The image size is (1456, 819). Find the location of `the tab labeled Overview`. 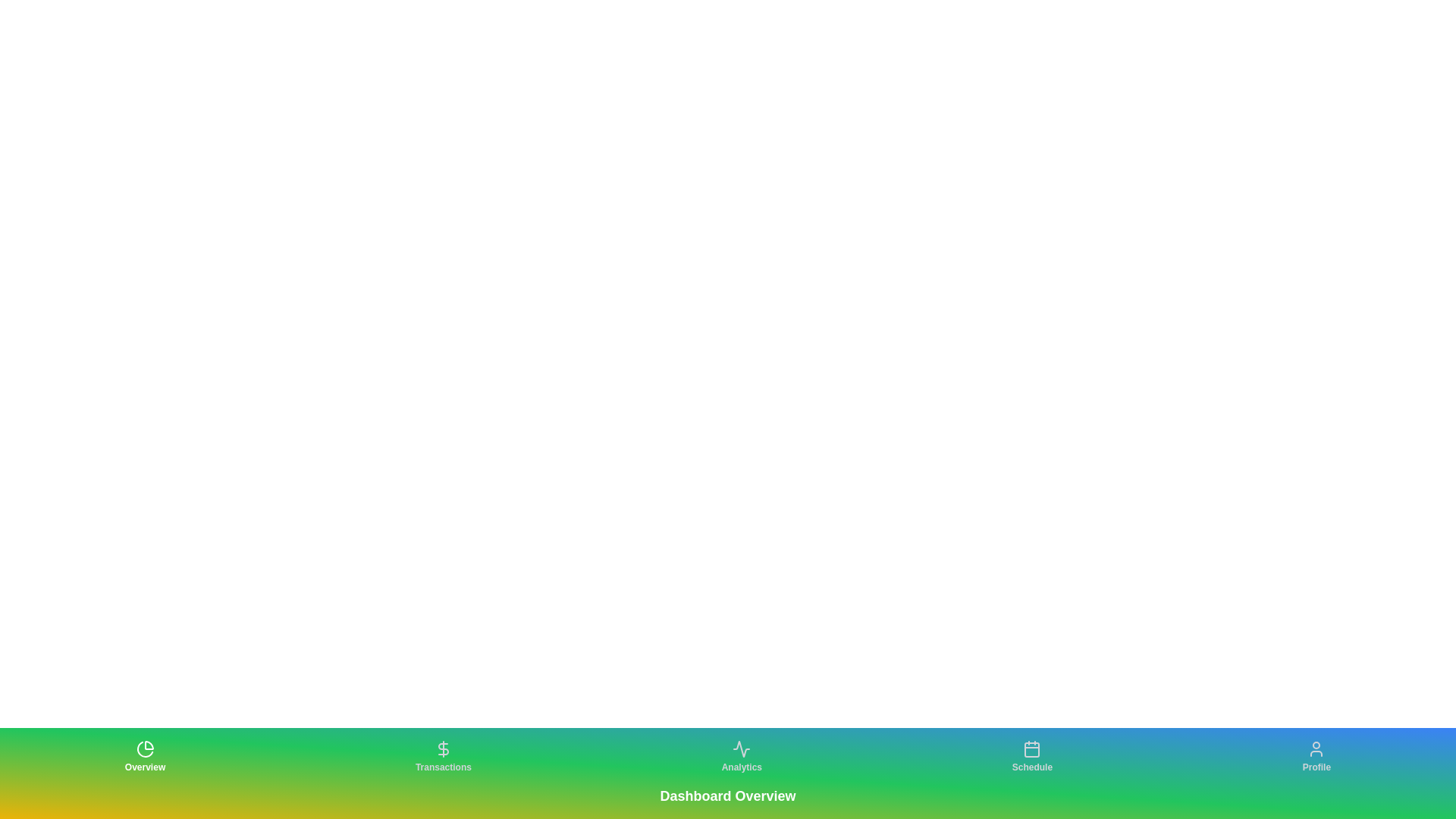

the tab labeled Overview is located at coordinates (145, 757).